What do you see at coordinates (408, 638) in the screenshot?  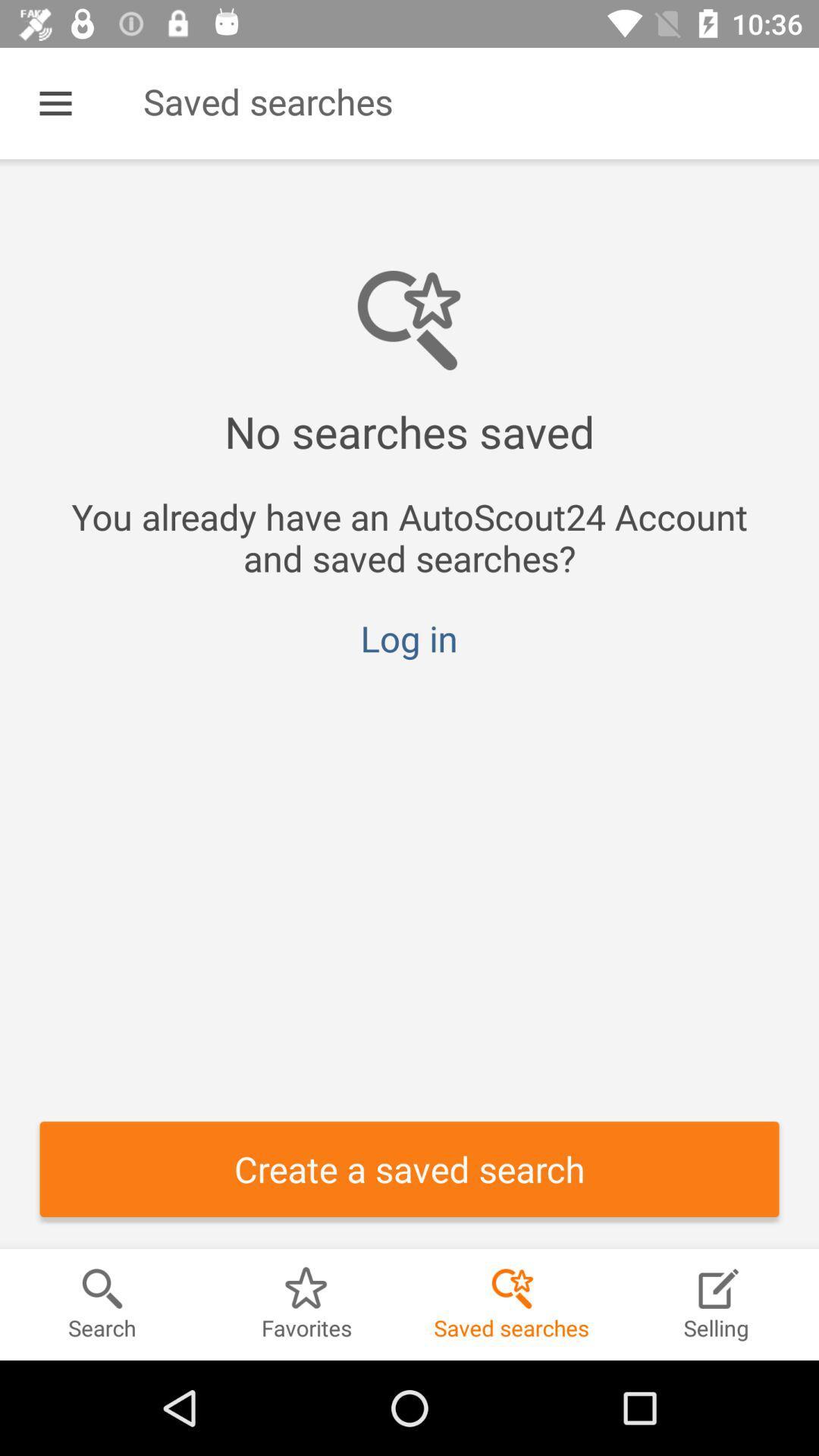 I see `icon below the you already have icon` at bounding box center [408, 638].